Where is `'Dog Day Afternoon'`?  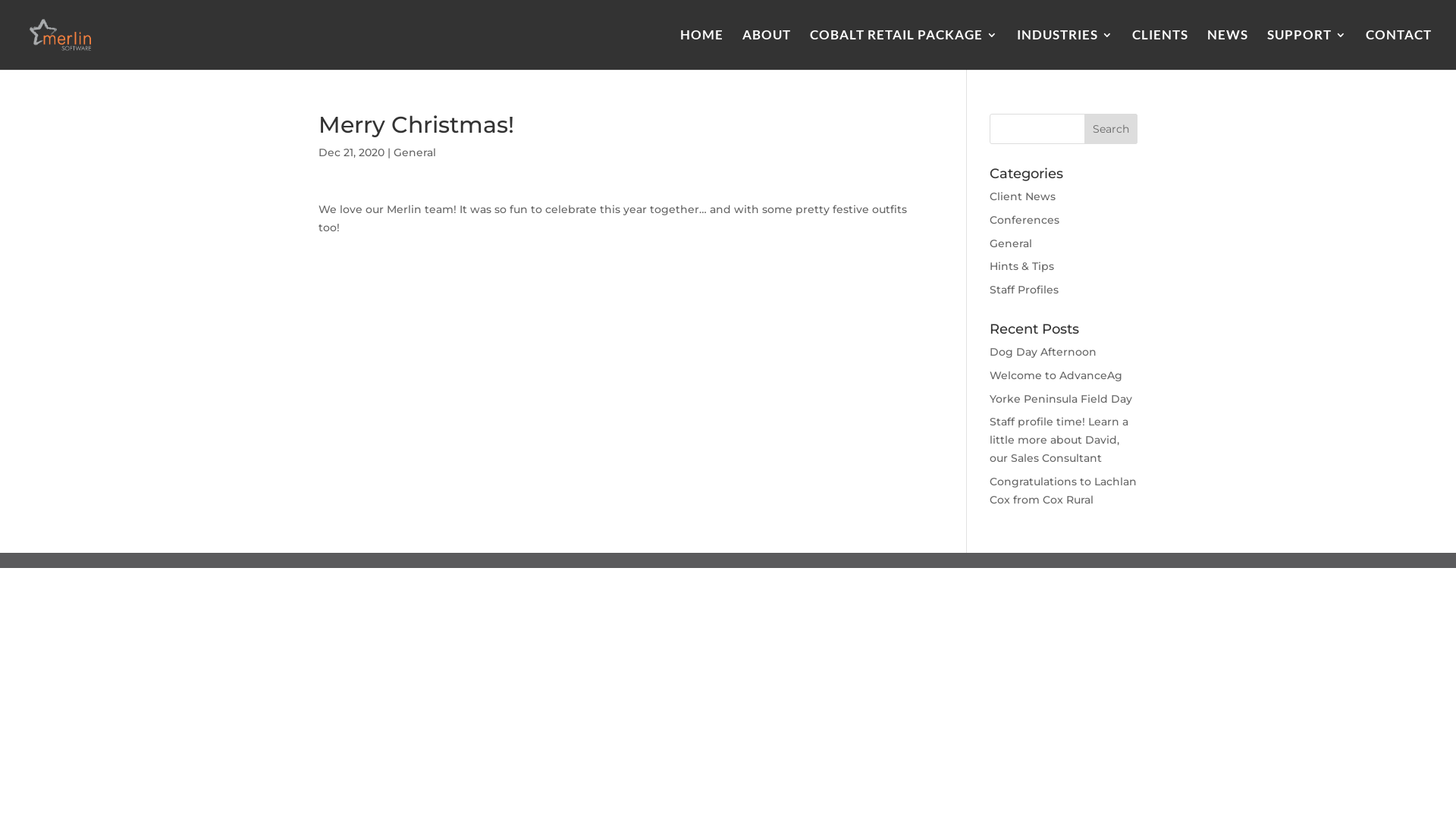 'Dog Day Afternoon' is located at coordinates (990, 351).